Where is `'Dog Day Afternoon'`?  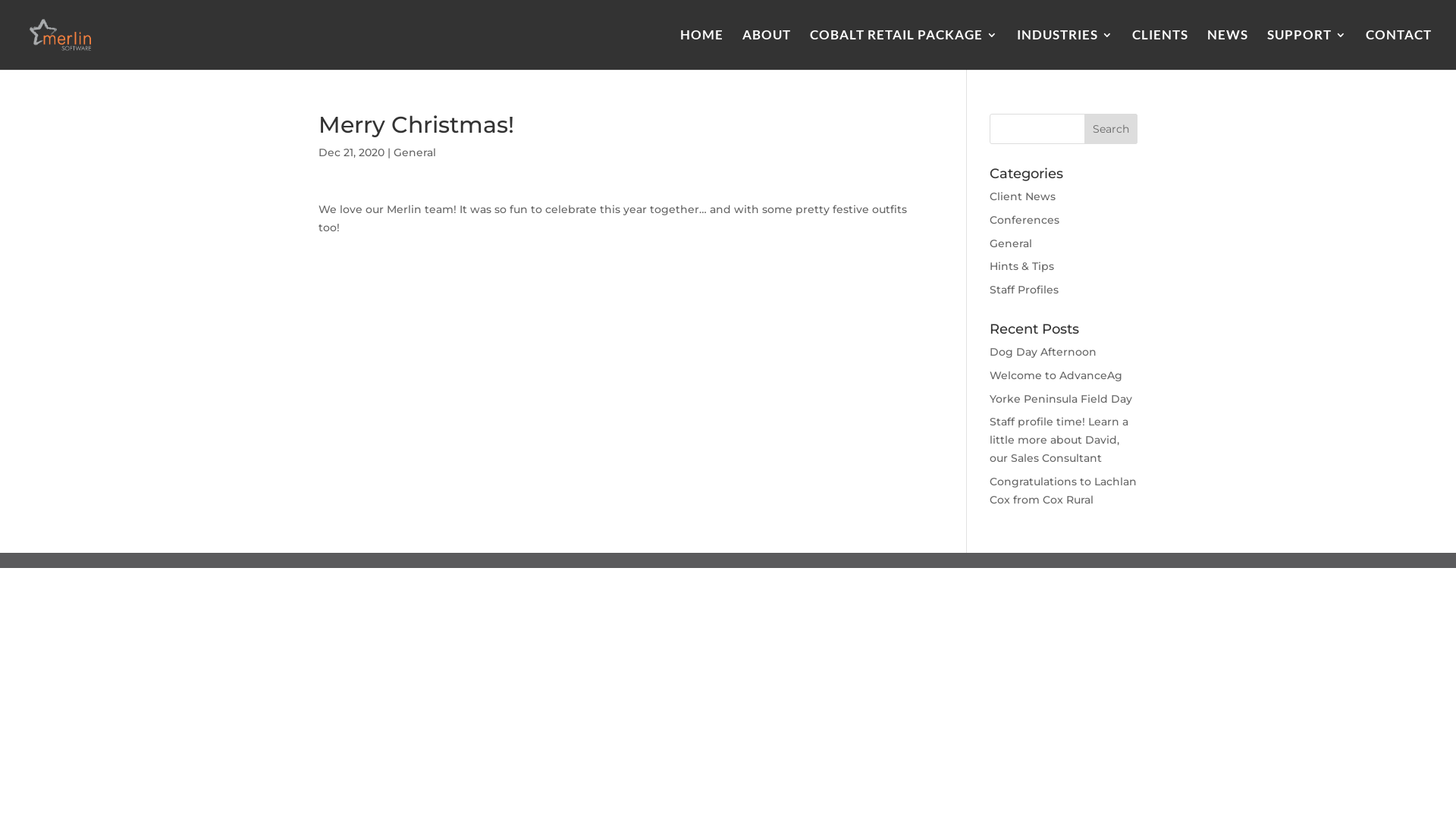 'Dog Day Afternoon' is located at coordinates (990, 351).